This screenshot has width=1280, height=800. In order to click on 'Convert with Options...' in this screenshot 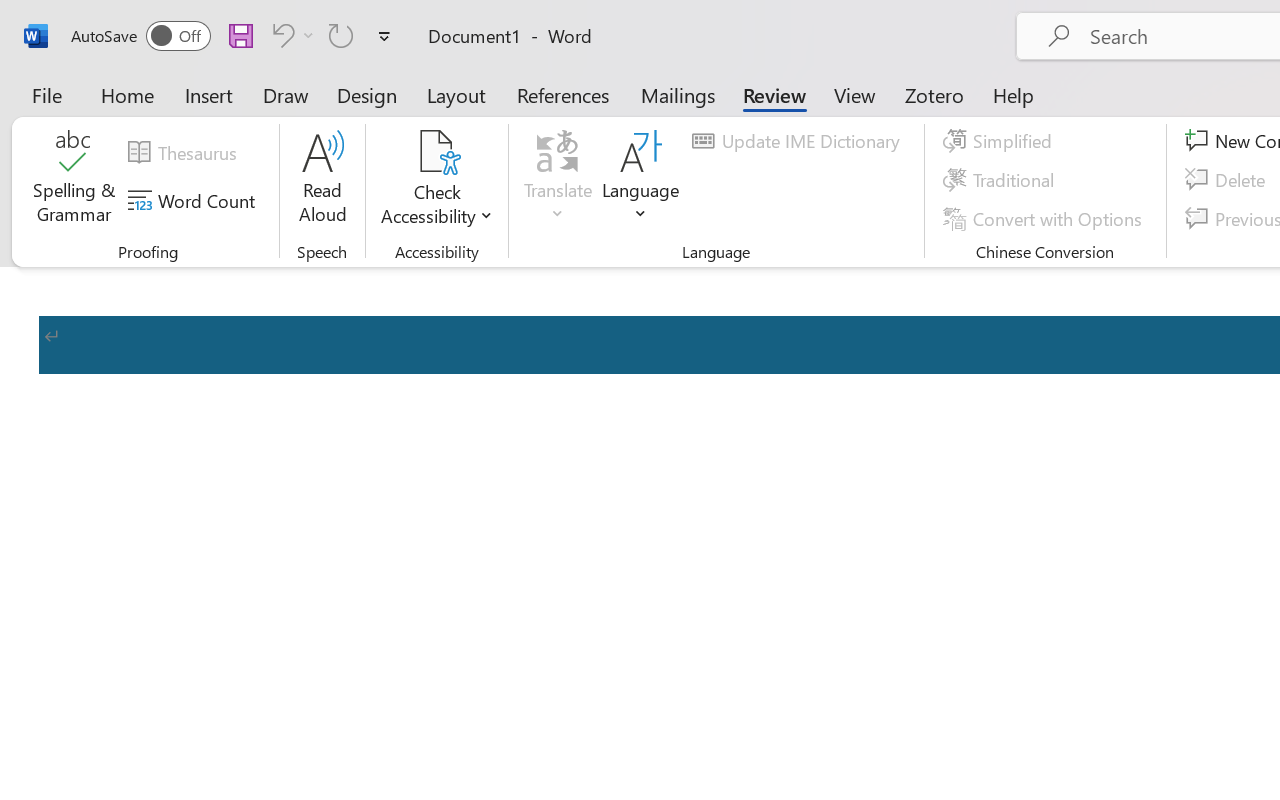, I will do `click(1044, 218)`.